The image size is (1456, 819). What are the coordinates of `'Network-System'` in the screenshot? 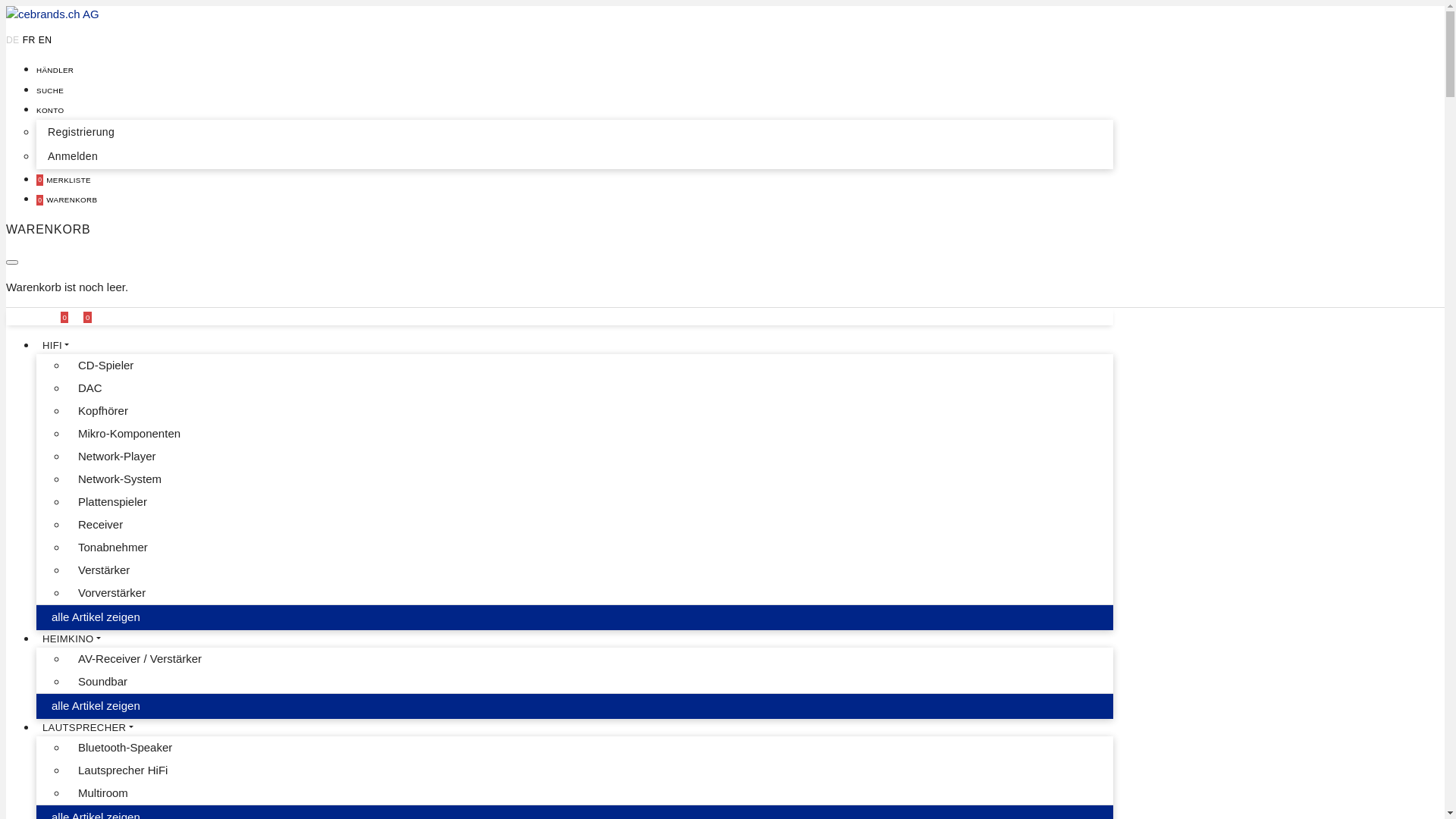 It's located at (65, 479).